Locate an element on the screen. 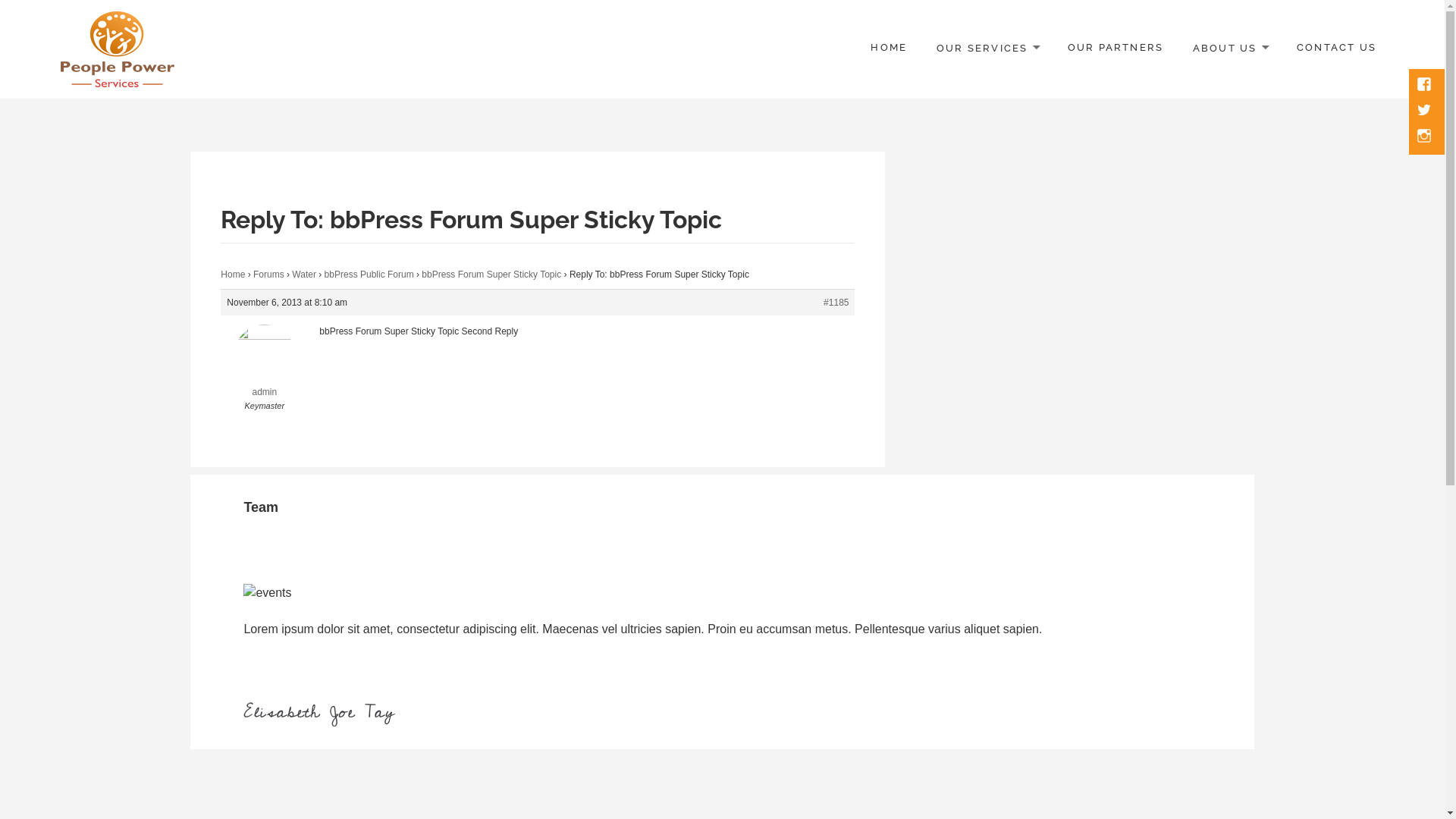  'Forums' is located at coordinates (268, 275).